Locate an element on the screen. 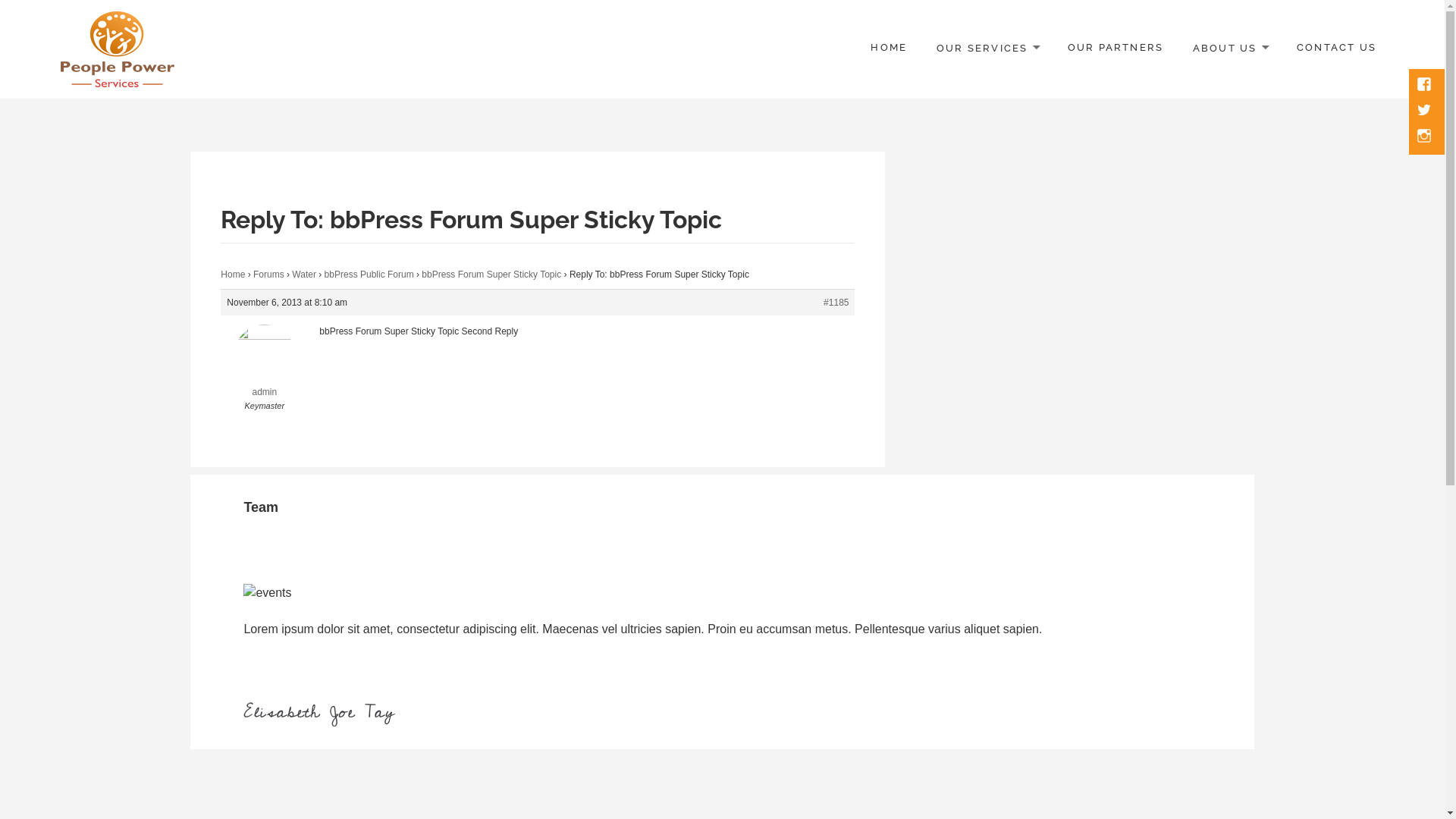  'Forums' is located at coordinates (268, 275).